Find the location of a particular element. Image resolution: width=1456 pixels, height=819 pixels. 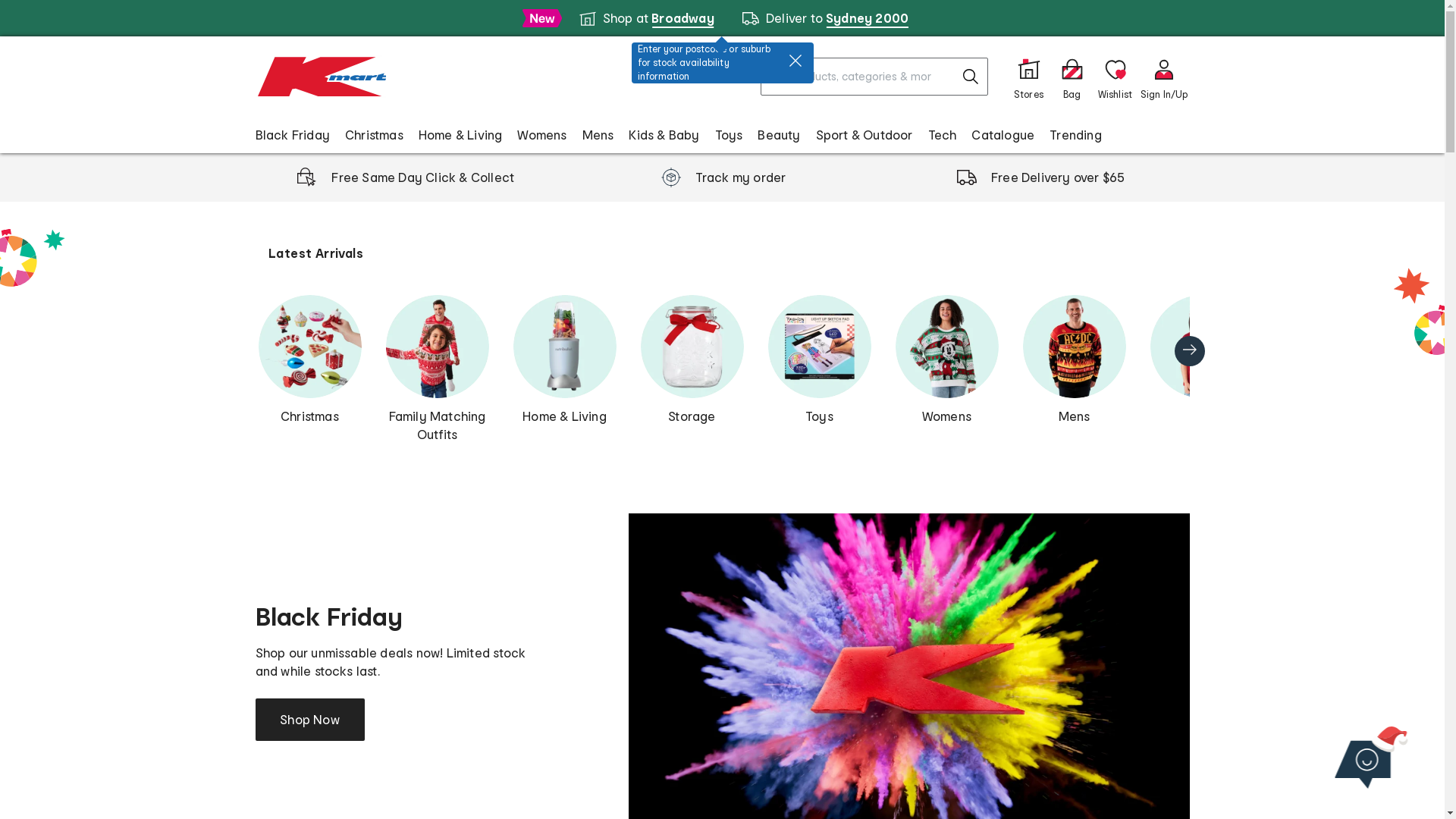

'Family Matching Outfits' is located at coordinates (382, 369).